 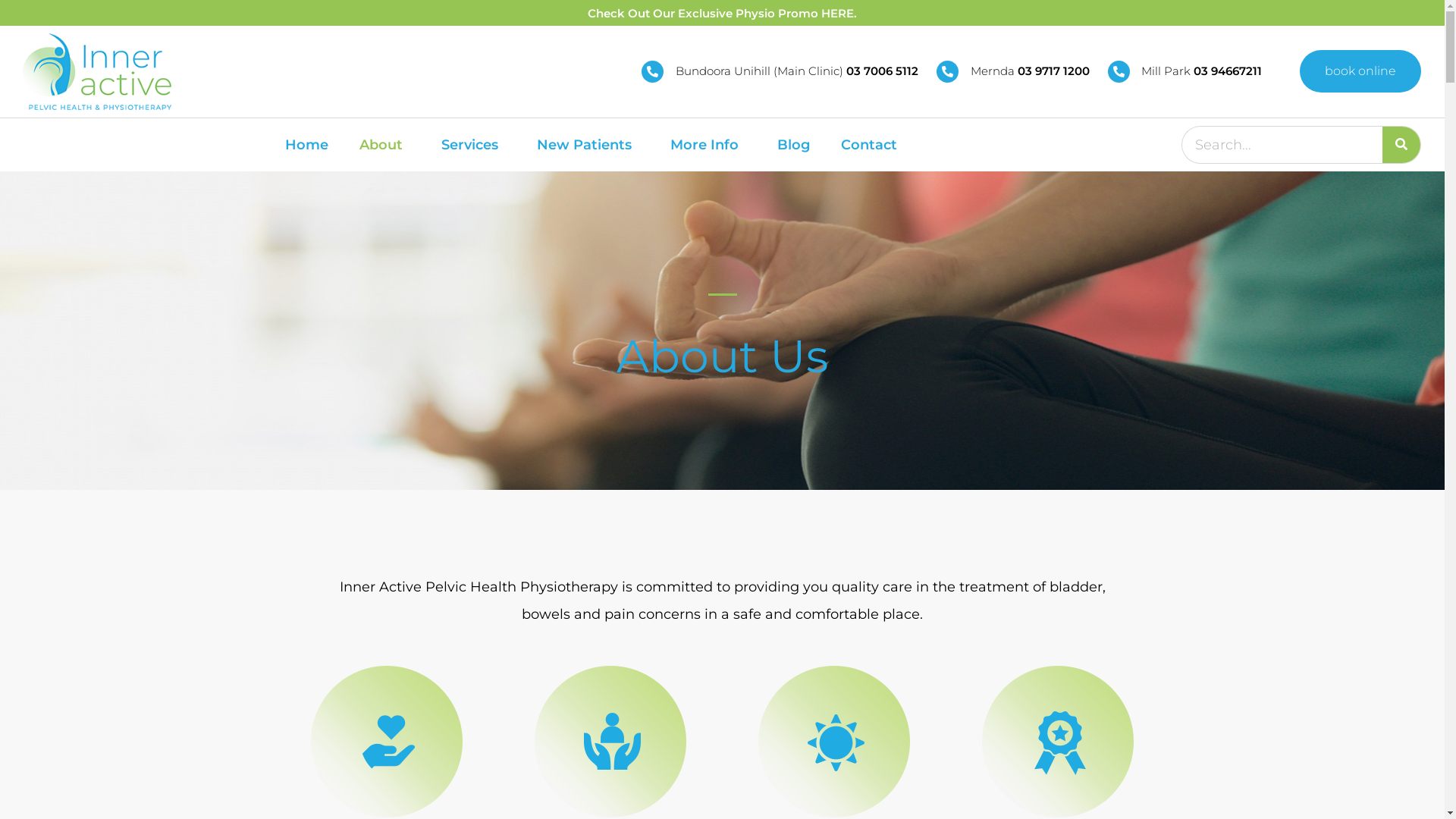 I want to click on 'Contact', so click(x=829, y=145).